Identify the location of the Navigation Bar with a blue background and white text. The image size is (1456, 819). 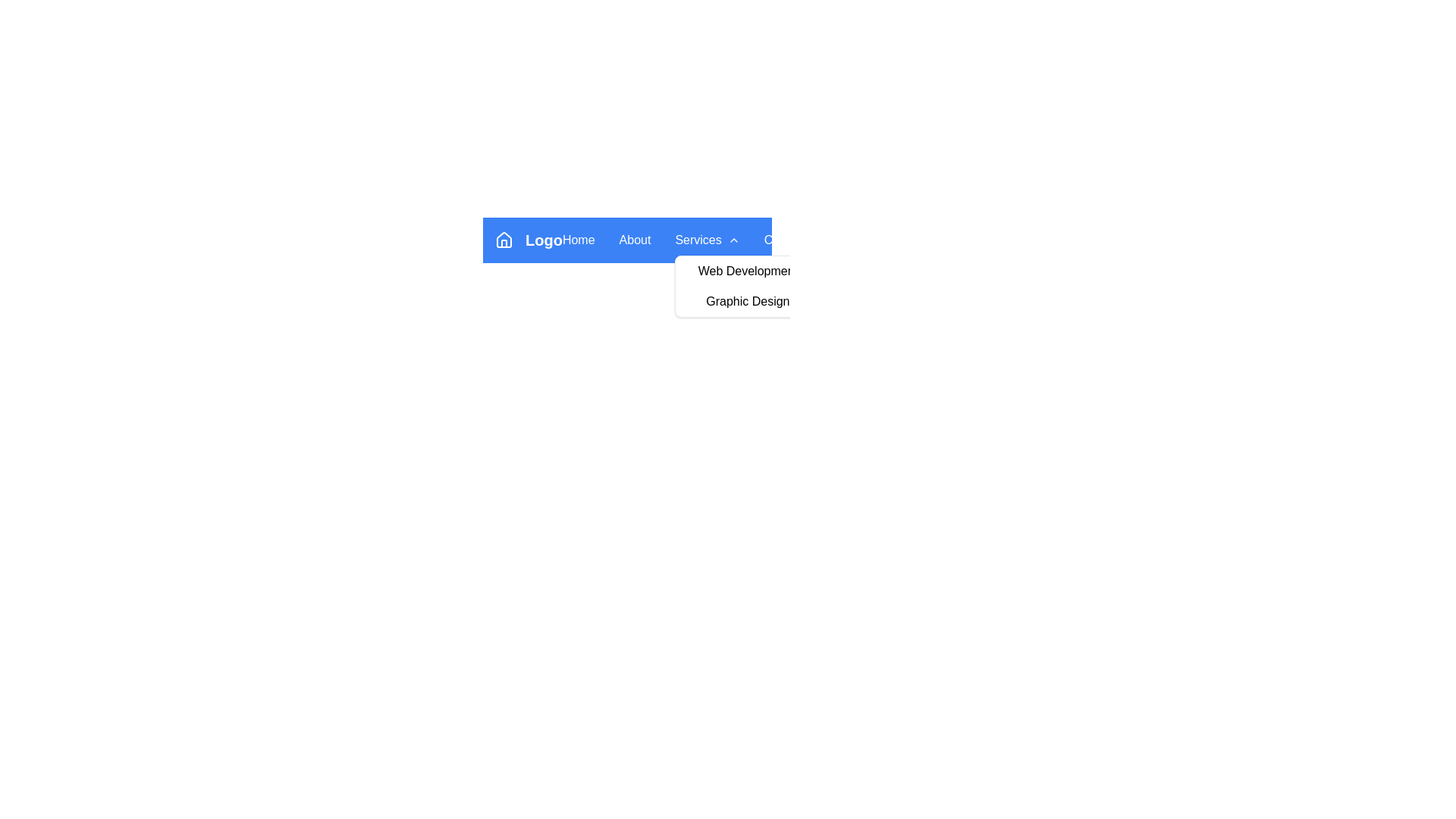
(627, 239).